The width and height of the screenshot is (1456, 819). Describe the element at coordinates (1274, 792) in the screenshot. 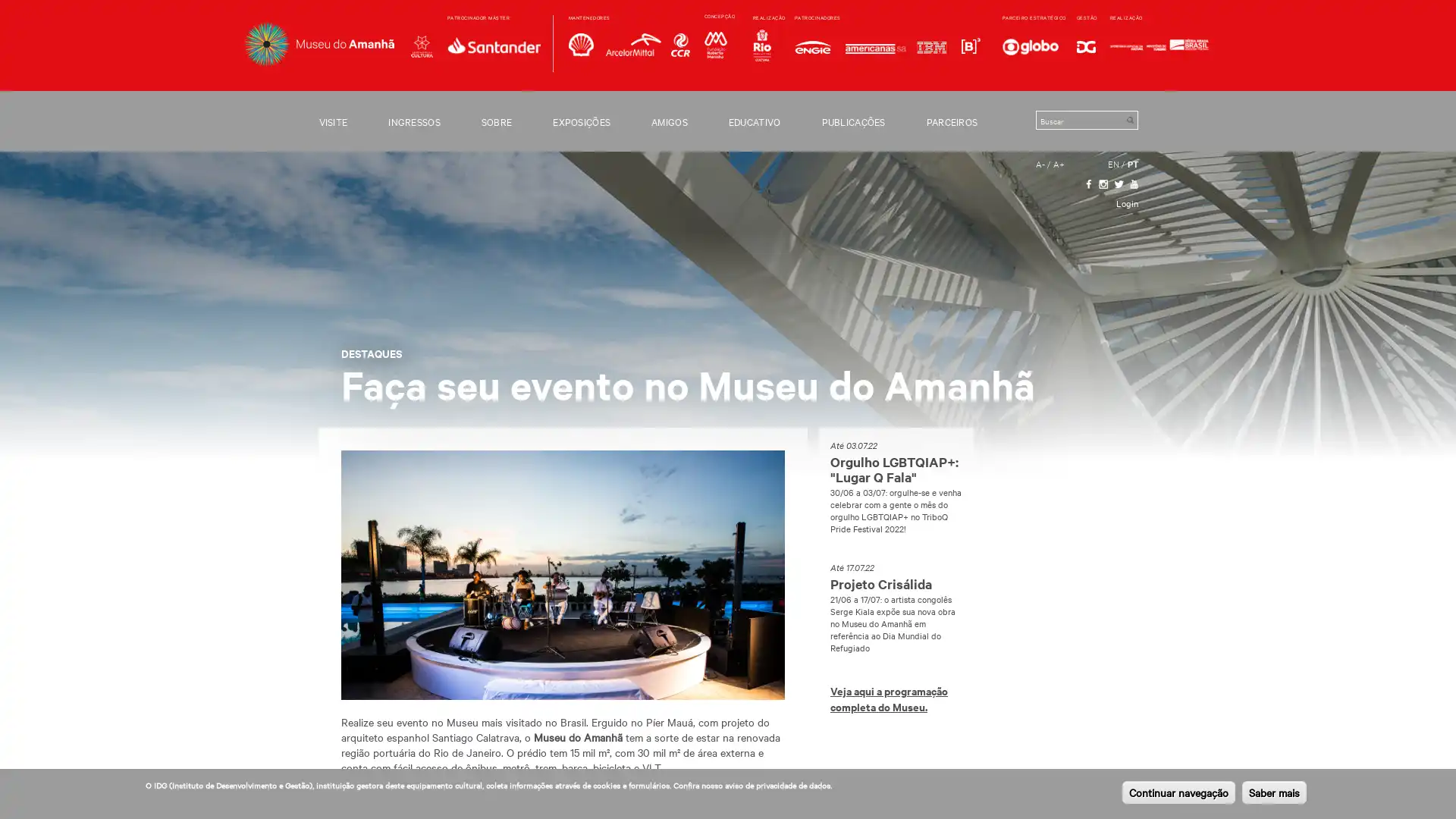

I see `Saber mais` at that location.